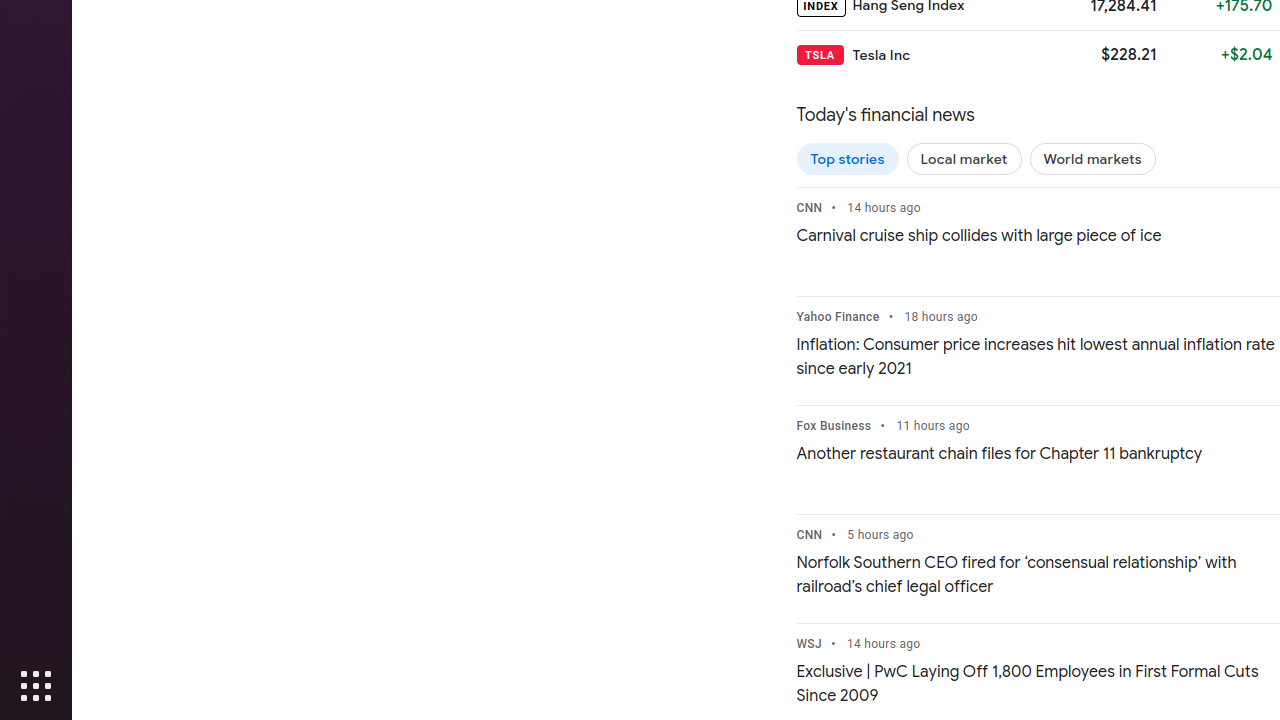 This screenshot has width=1280, height=720. Describe the element at coordinates (847, 157) in the screenshot. I see `'Top stories'` at that location.